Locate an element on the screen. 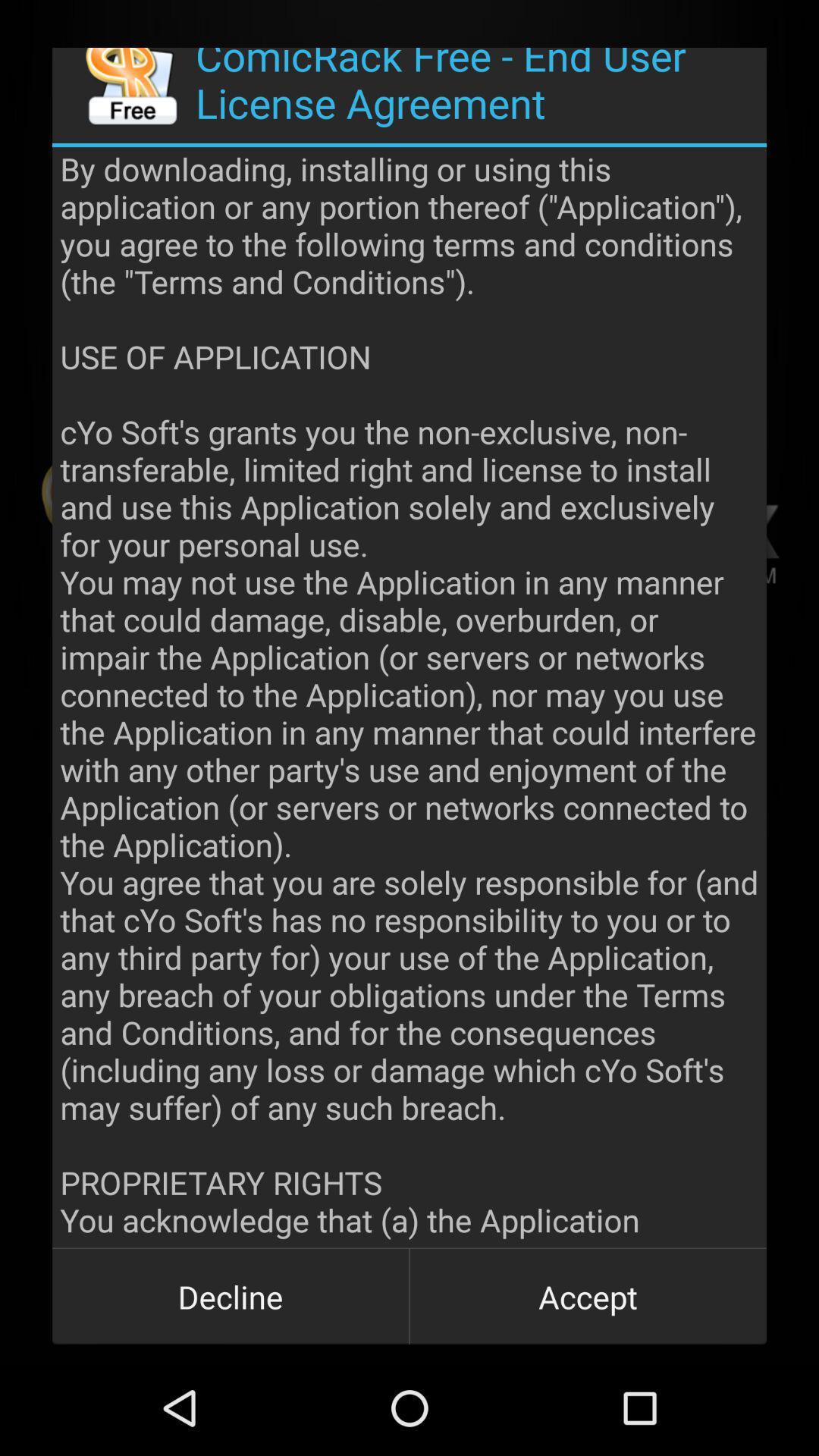  by downloading installing app is located at coordinates (409, 696).